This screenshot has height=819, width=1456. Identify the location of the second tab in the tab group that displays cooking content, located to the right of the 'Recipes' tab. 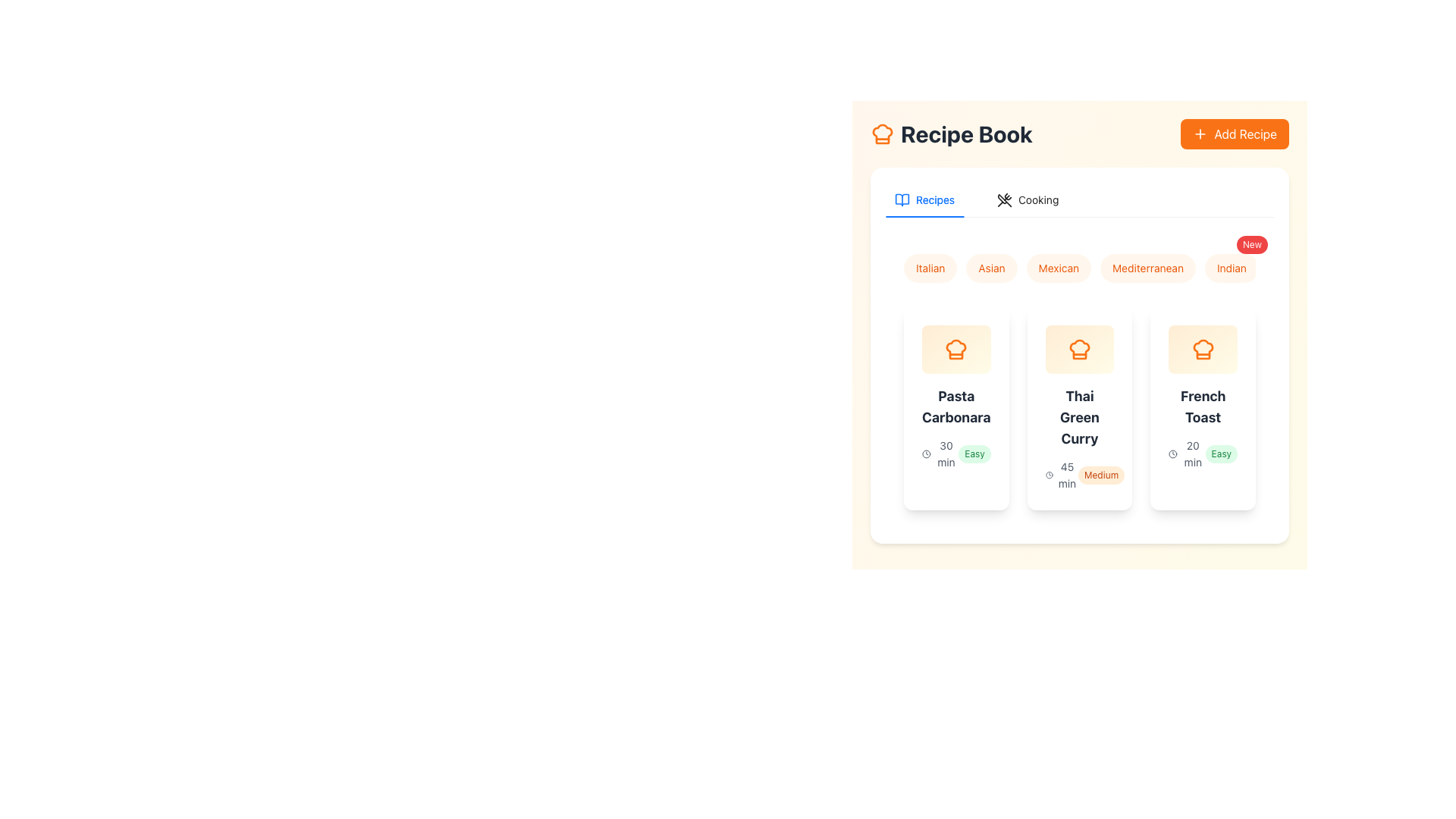
(1028, 199).